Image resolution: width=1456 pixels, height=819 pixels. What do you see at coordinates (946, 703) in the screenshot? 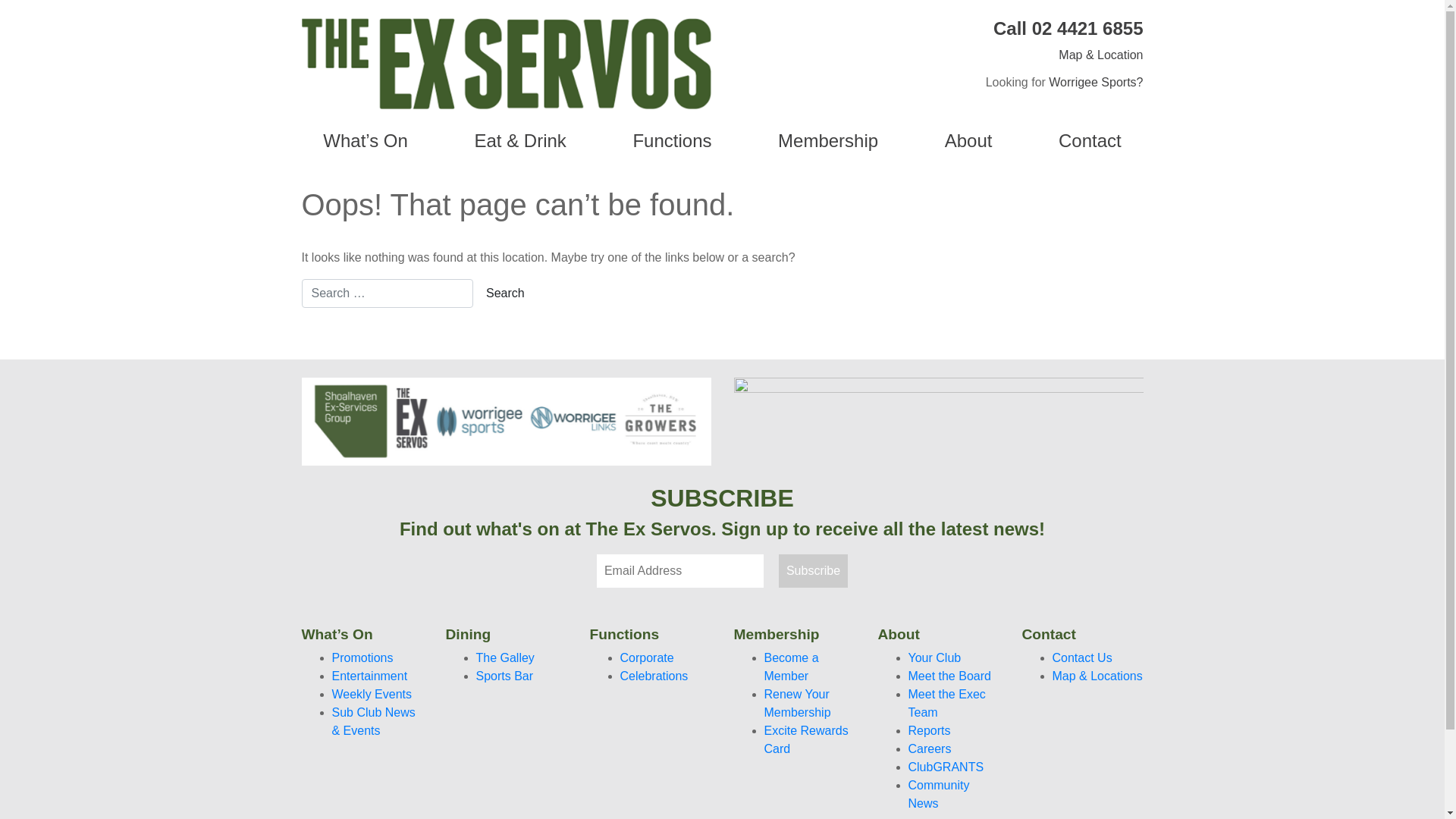
I see `'Meet the Exec Team'` at bounding box center [946, 703].